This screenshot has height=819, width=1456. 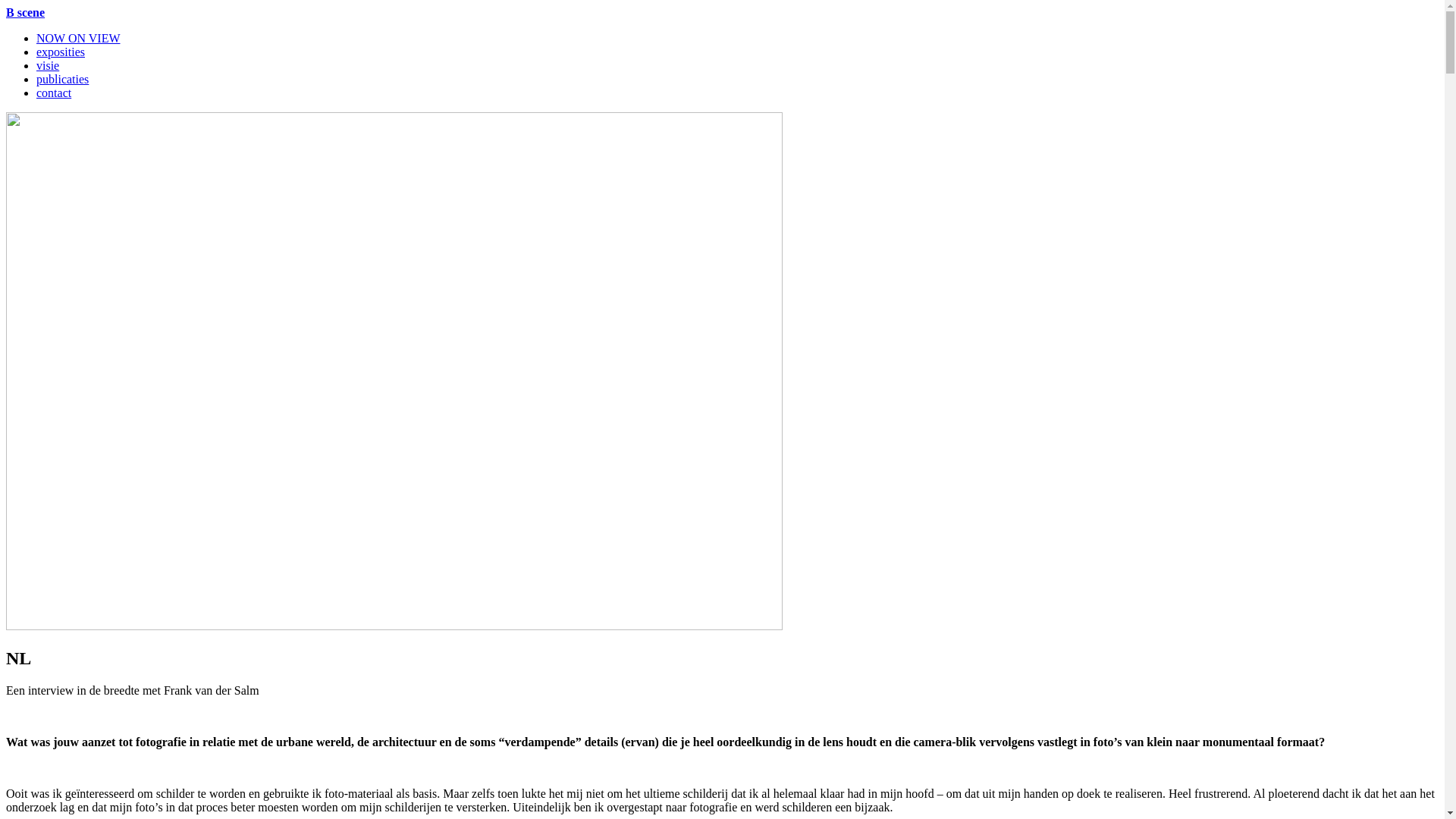 What do you see at coordinates (25, 12) in the screenshot?
I see `'B scene'` at bounding box center [25, 12].